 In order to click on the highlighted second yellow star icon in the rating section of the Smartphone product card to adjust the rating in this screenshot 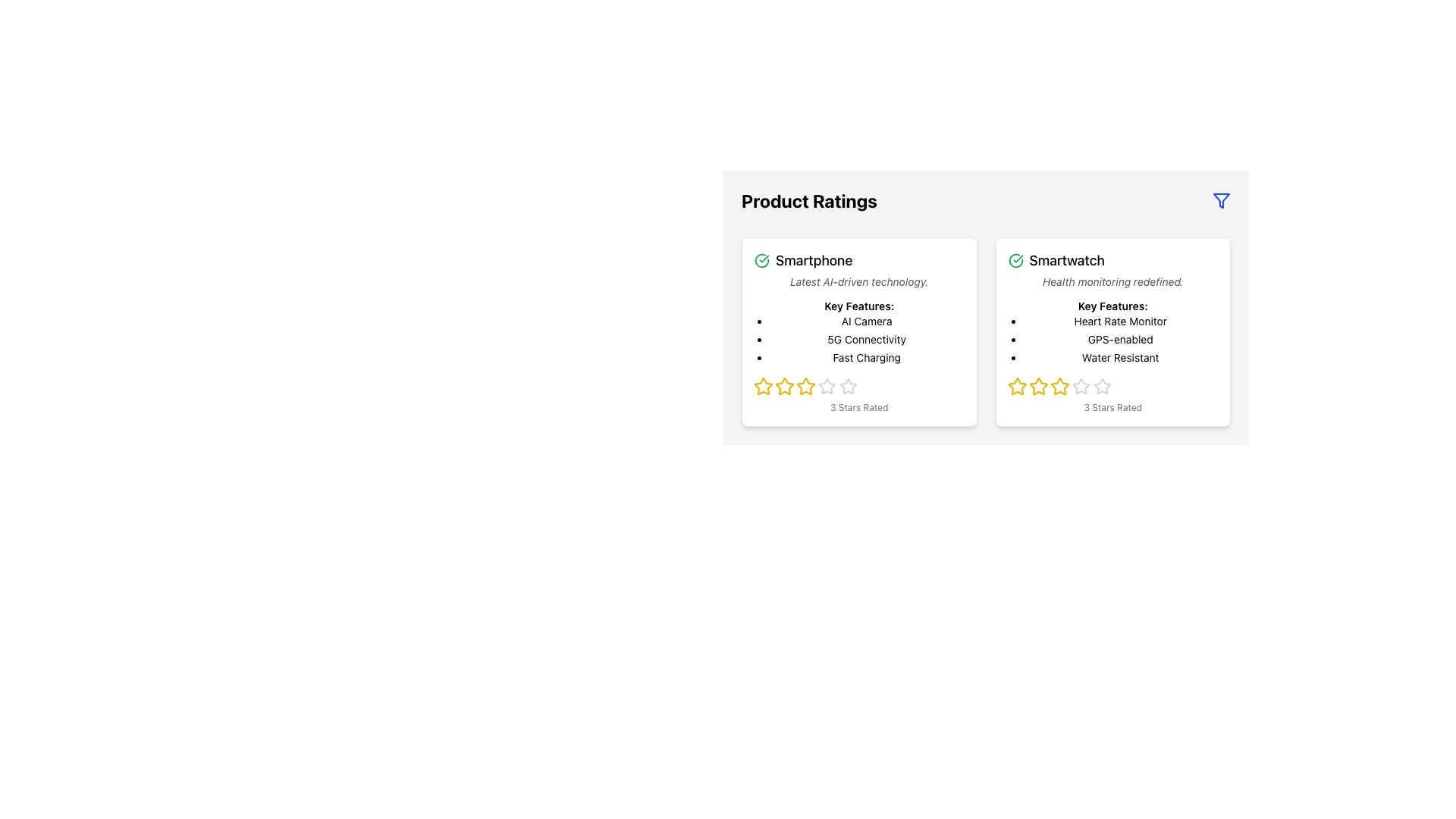, I will do `click(783, 385)`.